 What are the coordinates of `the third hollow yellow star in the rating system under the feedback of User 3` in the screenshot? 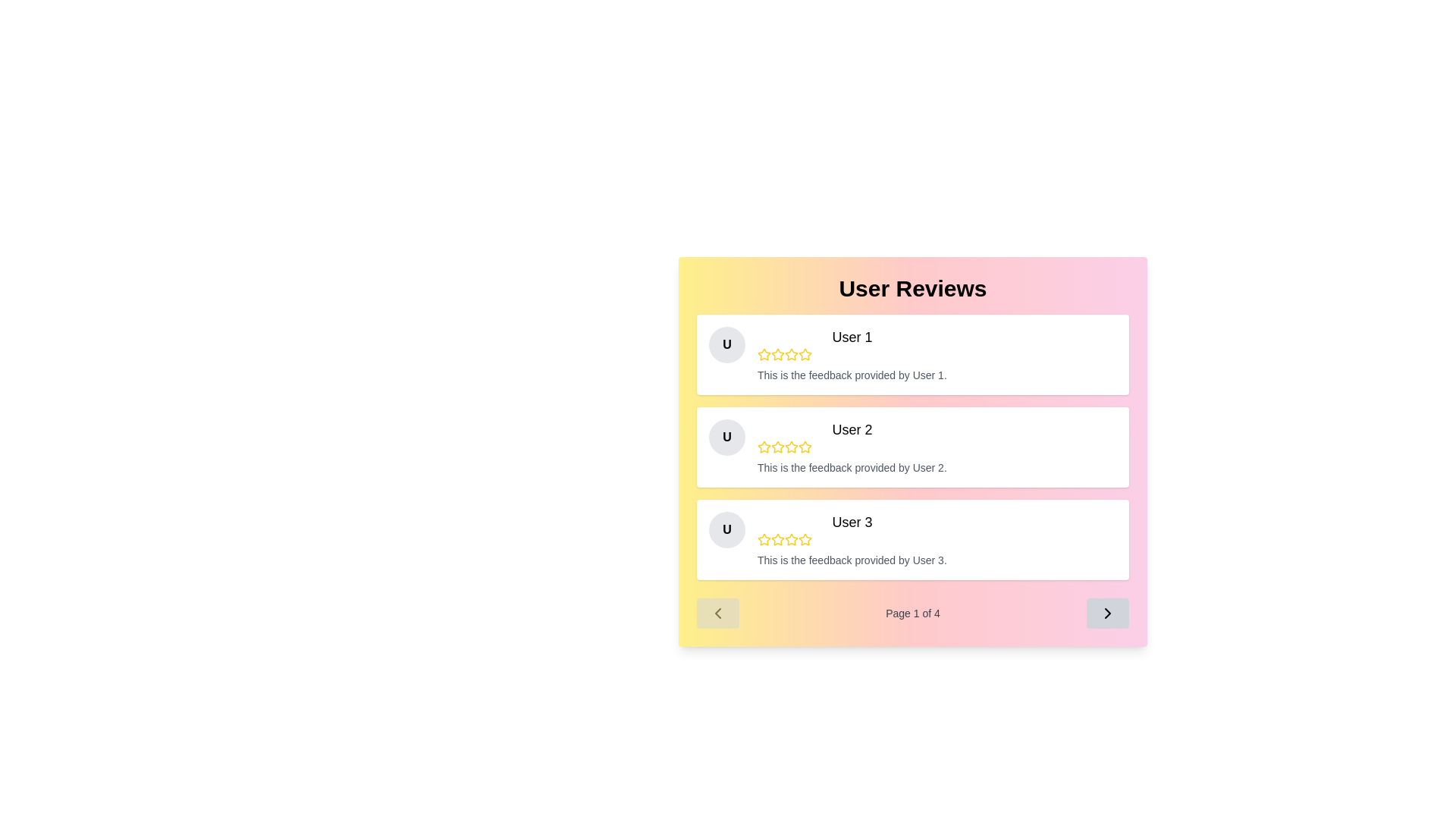 It's located at (790, 538).